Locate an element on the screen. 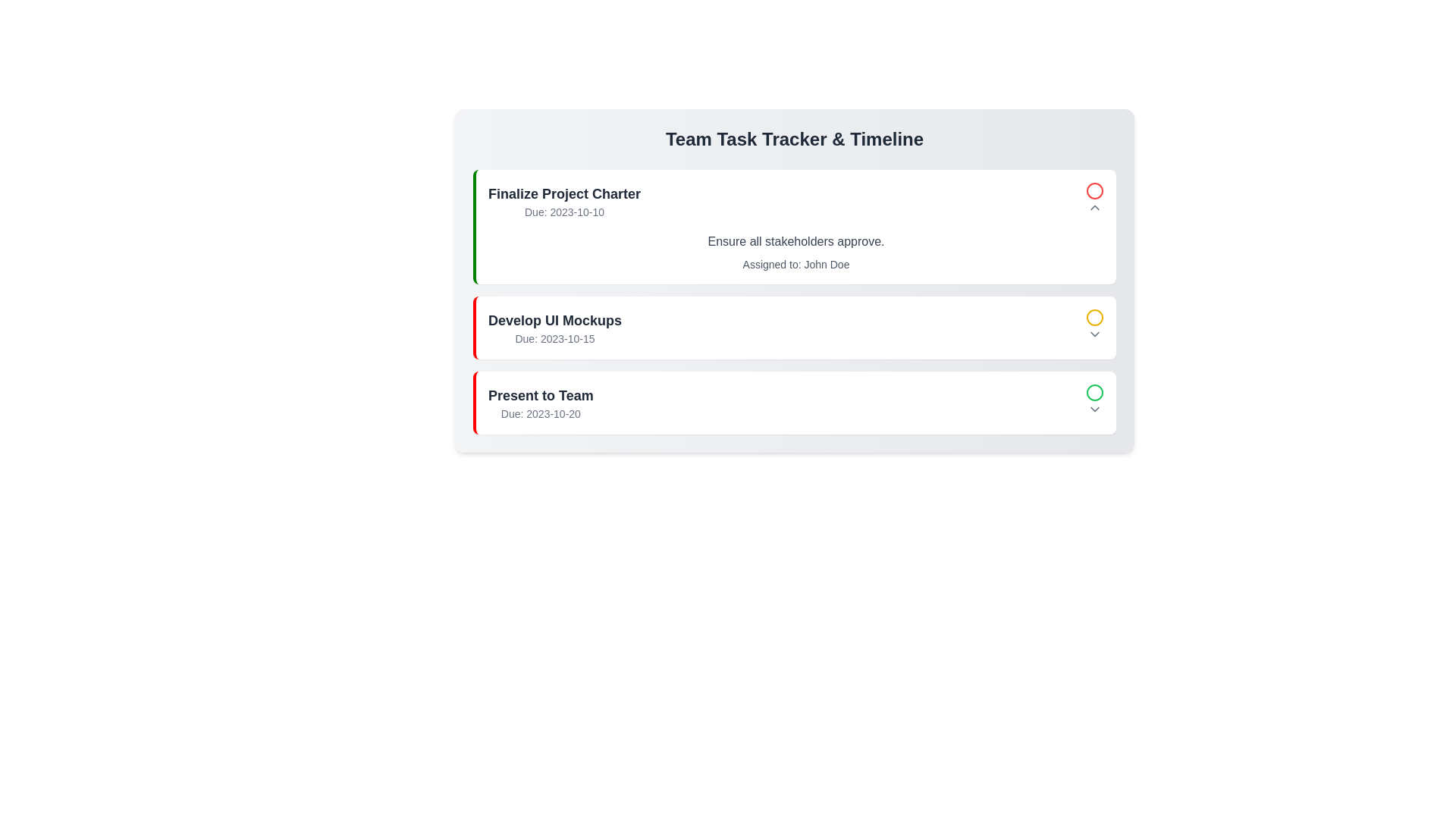  the text line containing the phrase 'Ensure all stakeholders approve.' which is styled in gray and located within the first task card under the heading 'Finalize Project Charter' is located at coordinates (795, 241).